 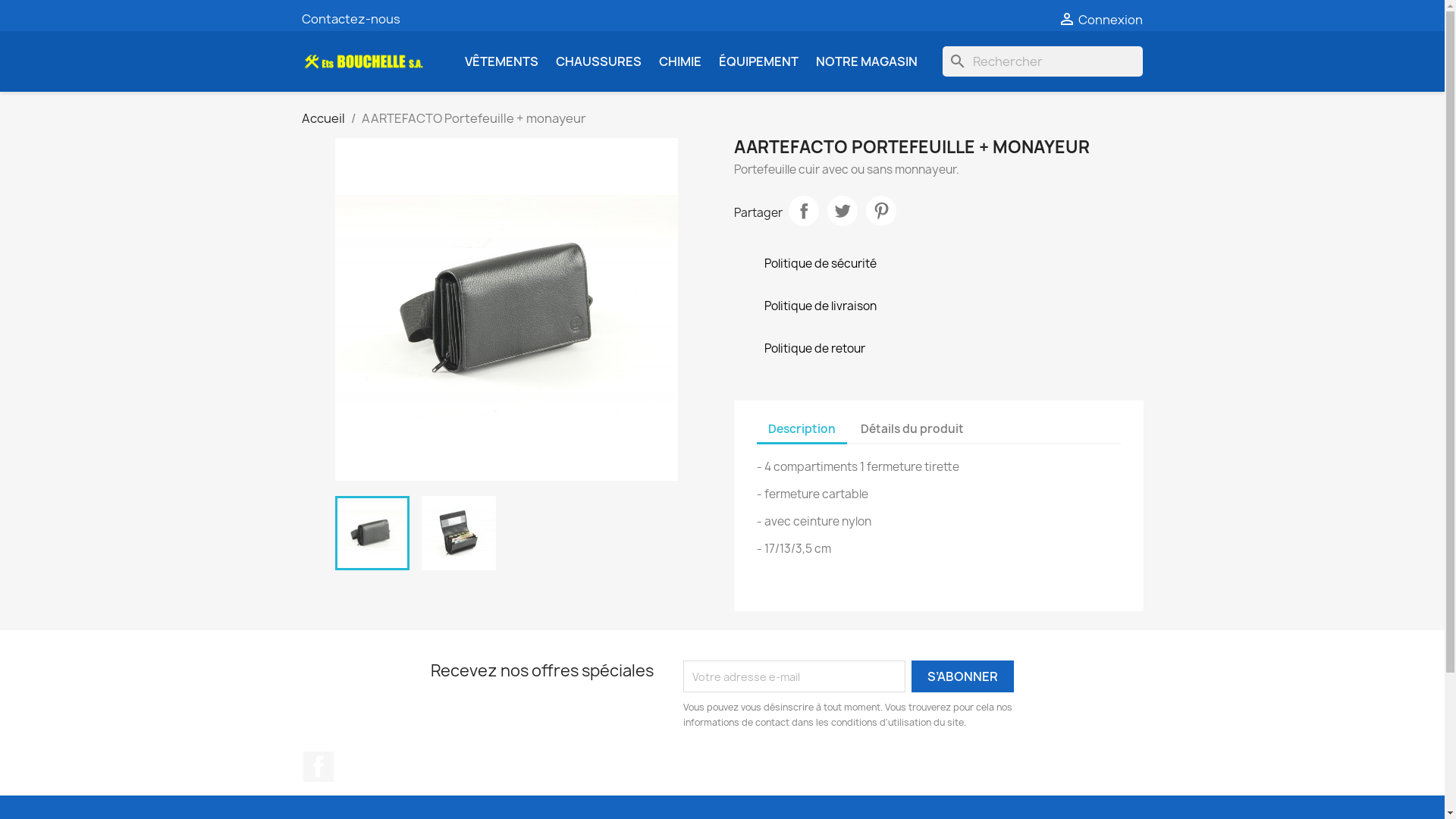 I want to click on 'CHIMIE', so click(x=679, y=61).